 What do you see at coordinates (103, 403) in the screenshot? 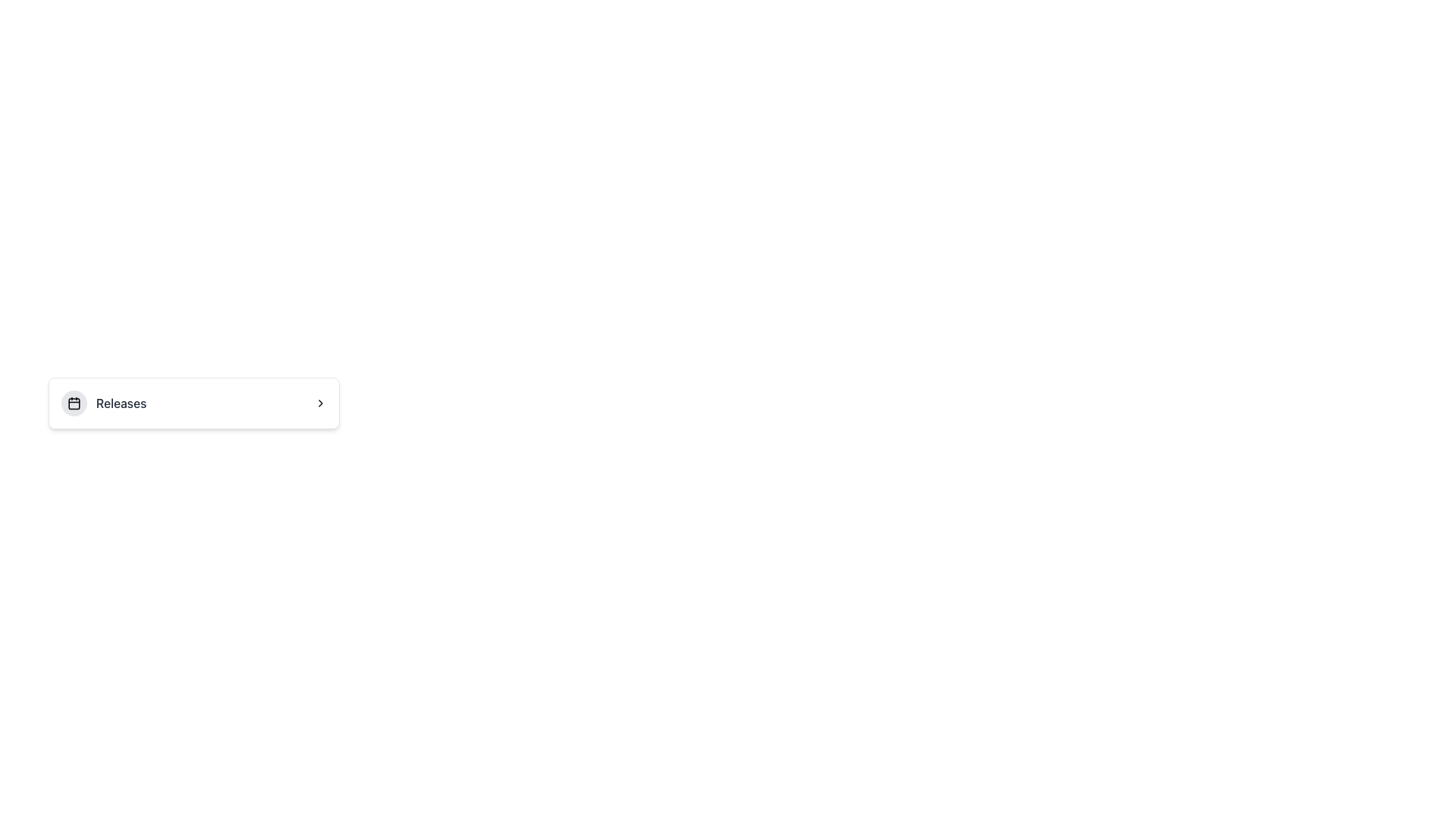
I see `the label indicating the section related to releases, which is the second visible component from the left, positioned to the right of a calendar icon` at bounding box center [103, 403].